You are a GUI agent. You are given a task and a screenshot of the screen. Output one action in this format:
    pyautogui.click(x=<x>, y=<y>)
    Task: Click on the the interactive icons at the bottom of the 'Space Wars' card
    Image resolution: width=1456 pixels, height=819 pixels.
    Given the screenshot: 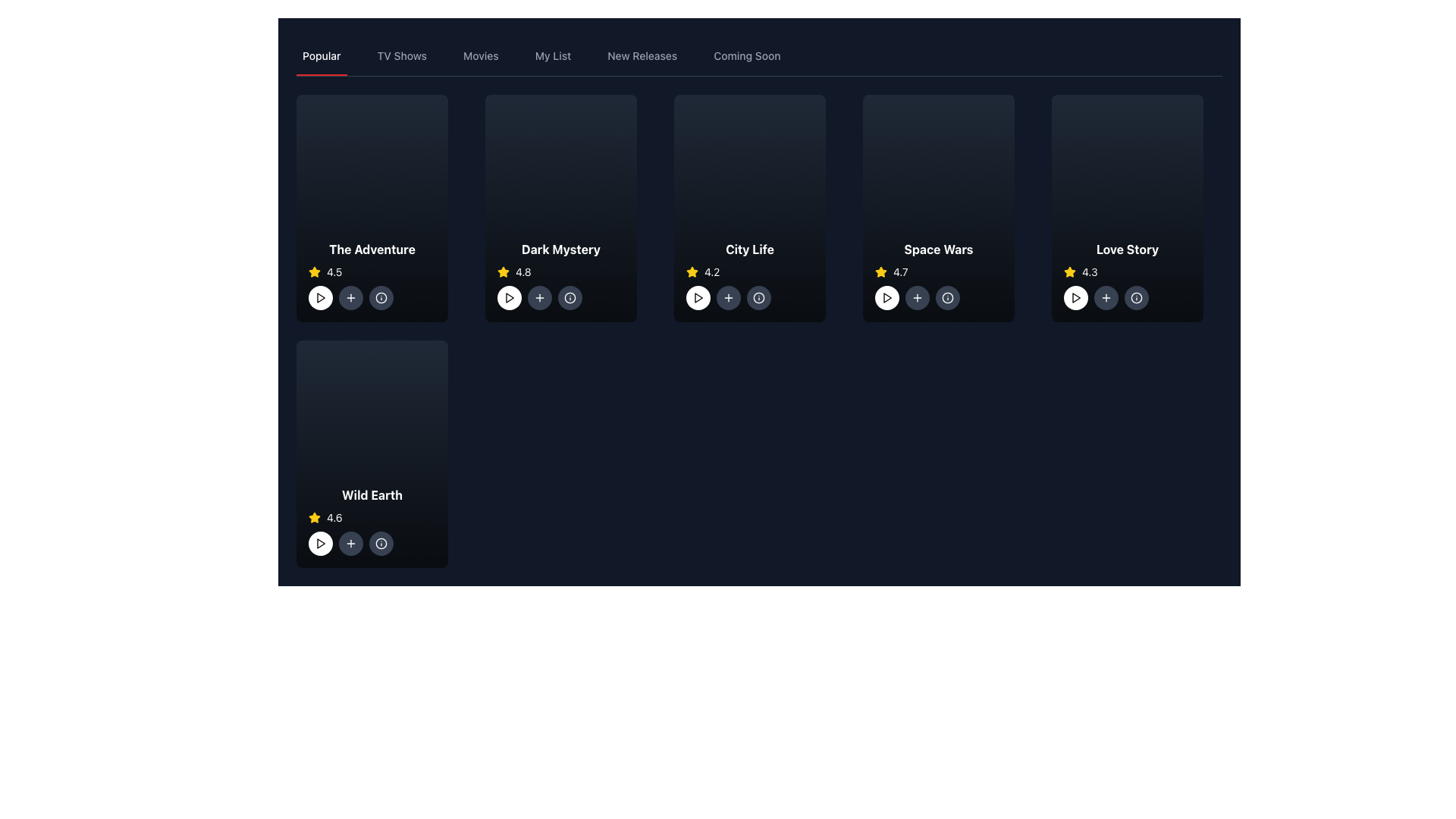 What is the action you would take?
    pyautogui.click(x=938, y=275)
    